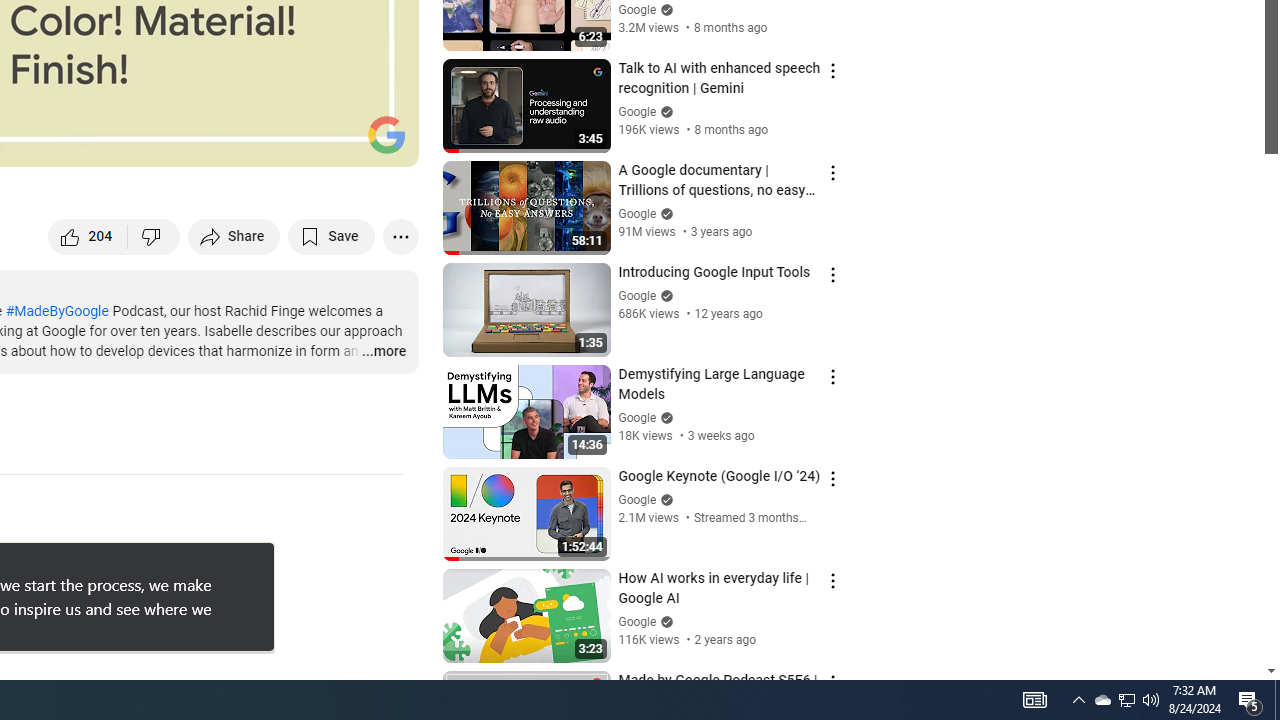 The height and width of the screenshot is (720, 1280). What do you see at coordinates (382, 141) in the screenshot?
I see `'Full screen (f)'` at bounding box center [382, 141].